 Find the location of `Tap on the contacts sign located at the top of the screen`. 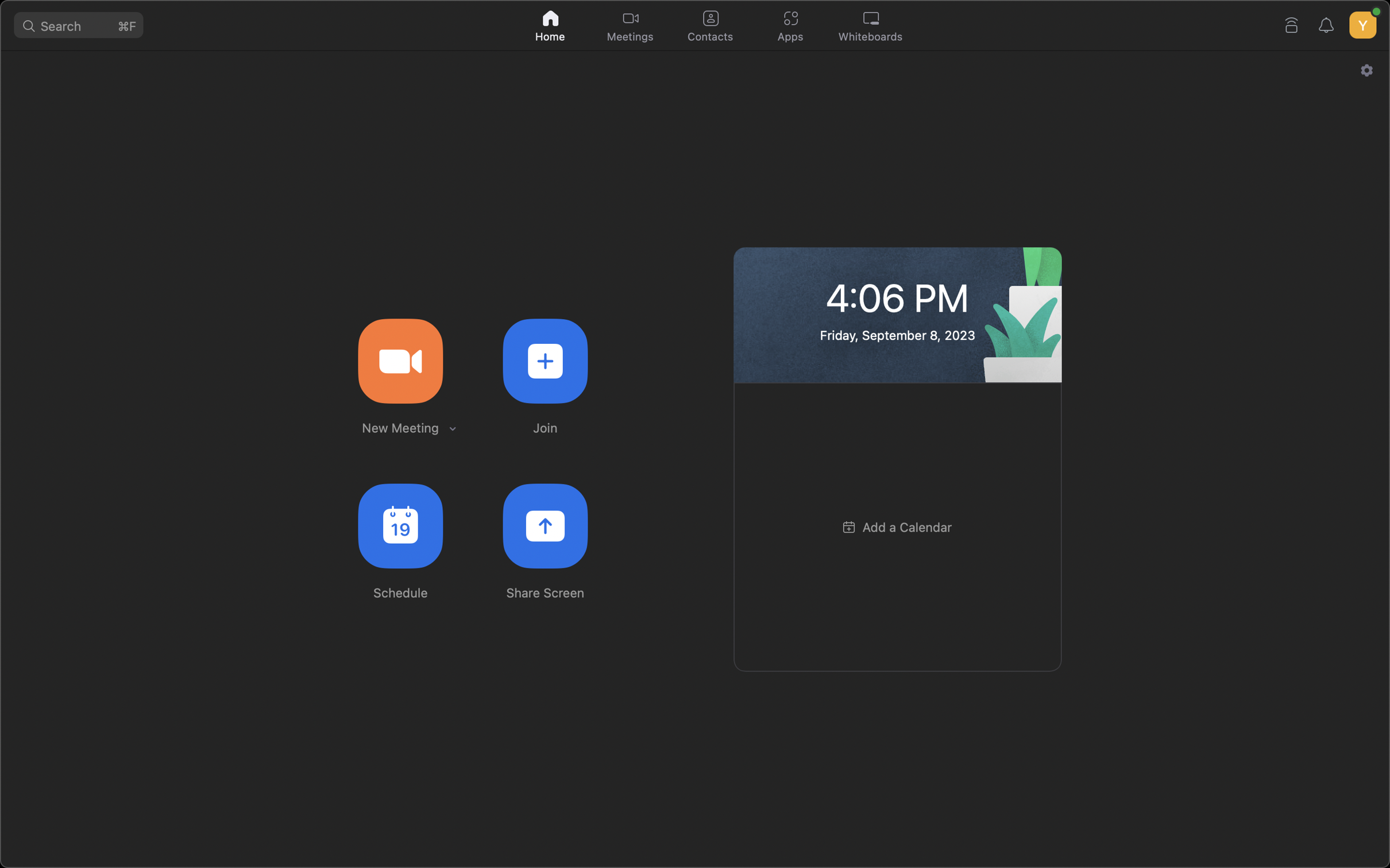

Tap on the contacts sign located at the top of the screen is located at coordinates (709, 24).